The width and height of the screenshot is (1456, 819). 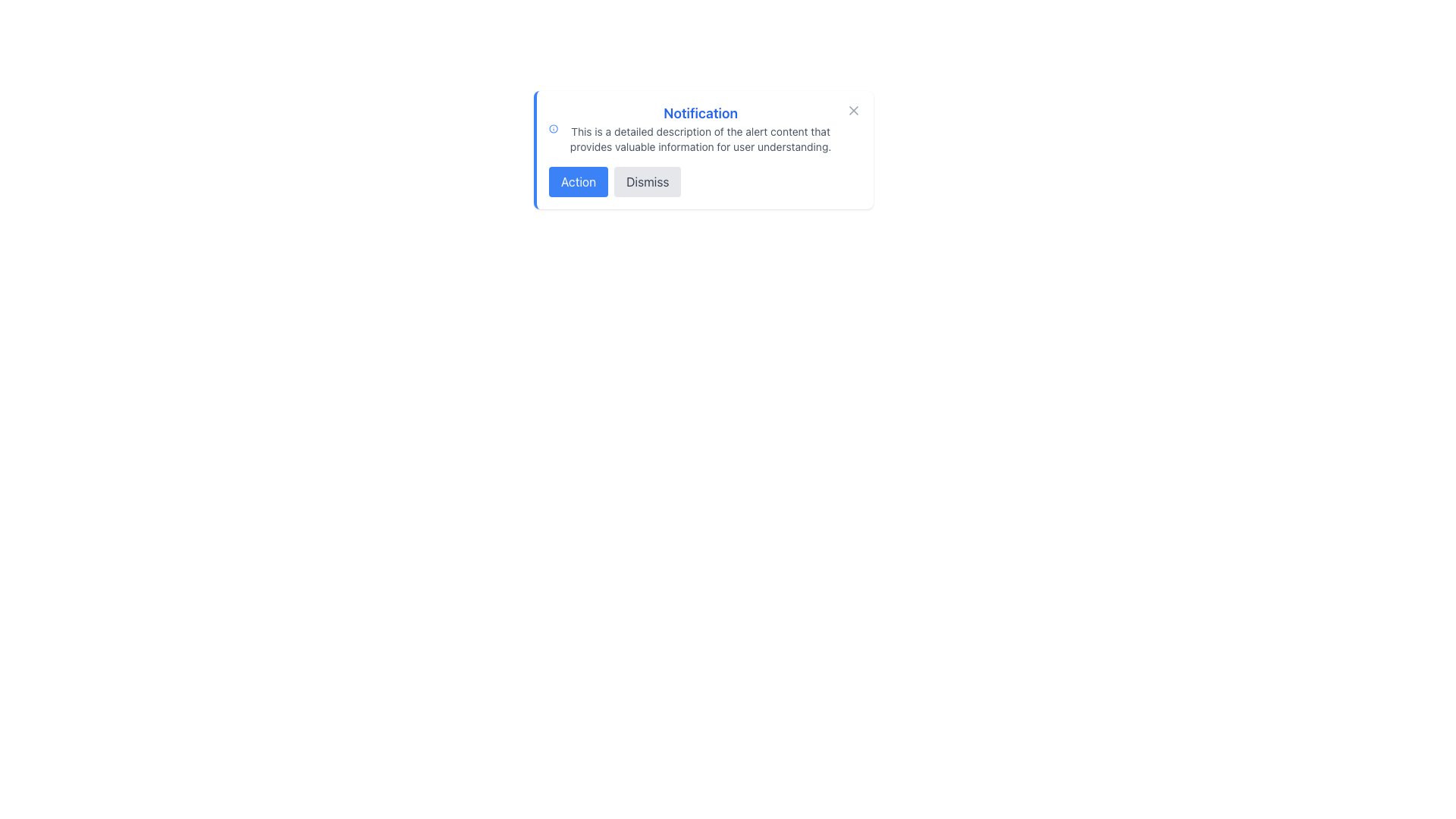 I want to click on prominent blue text label displaying 'Notification' located at the top of the notification dialog box, so click(x=700, y=113).